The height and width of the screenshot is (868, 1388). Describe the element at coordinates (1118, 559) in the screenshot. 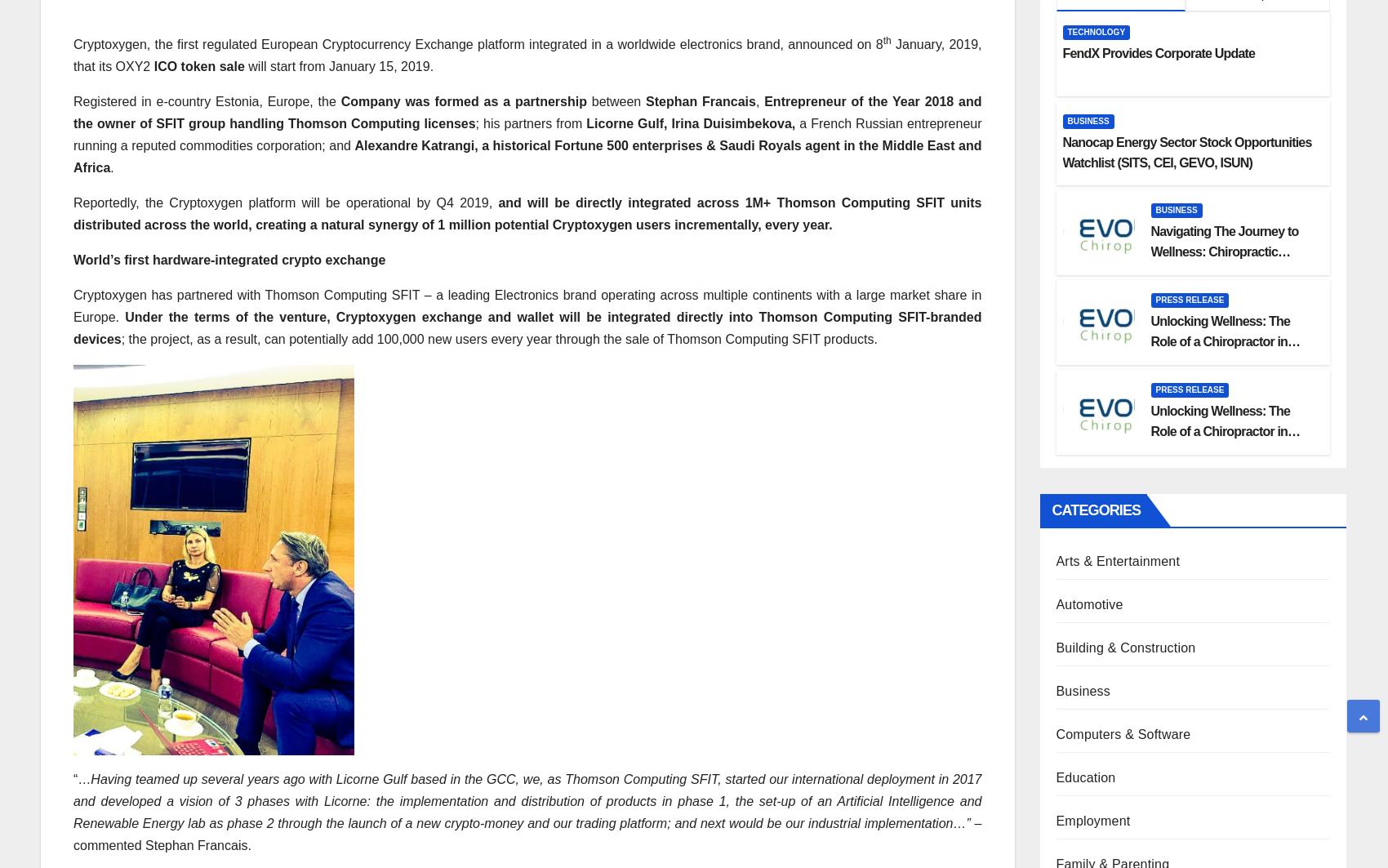

I see `'Arts & Entertainment'` at that location.